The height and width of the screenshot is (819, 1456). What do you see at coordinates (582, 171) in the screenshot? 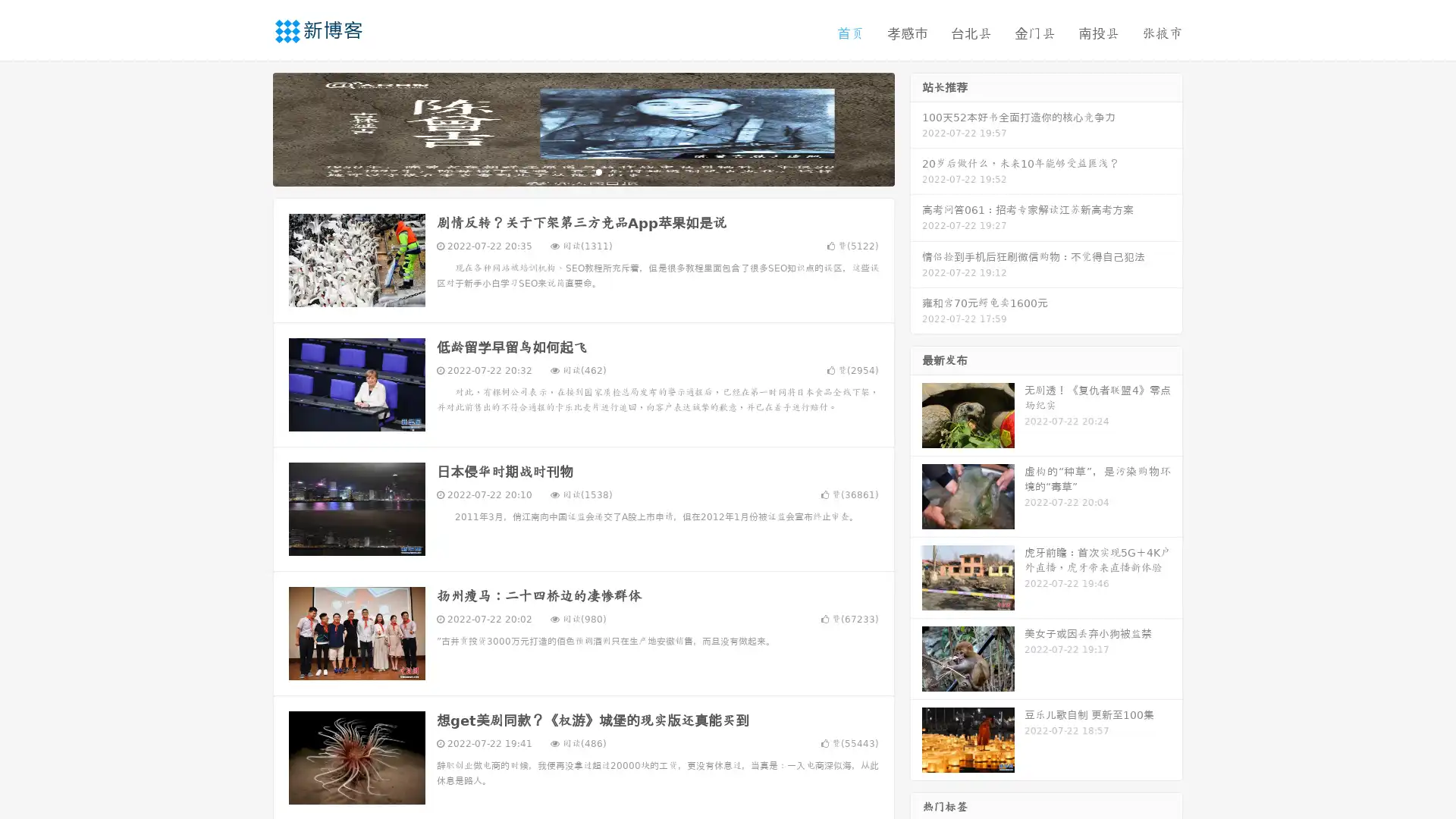
I see `Go to slide 2` at bounding box center [582, 171].